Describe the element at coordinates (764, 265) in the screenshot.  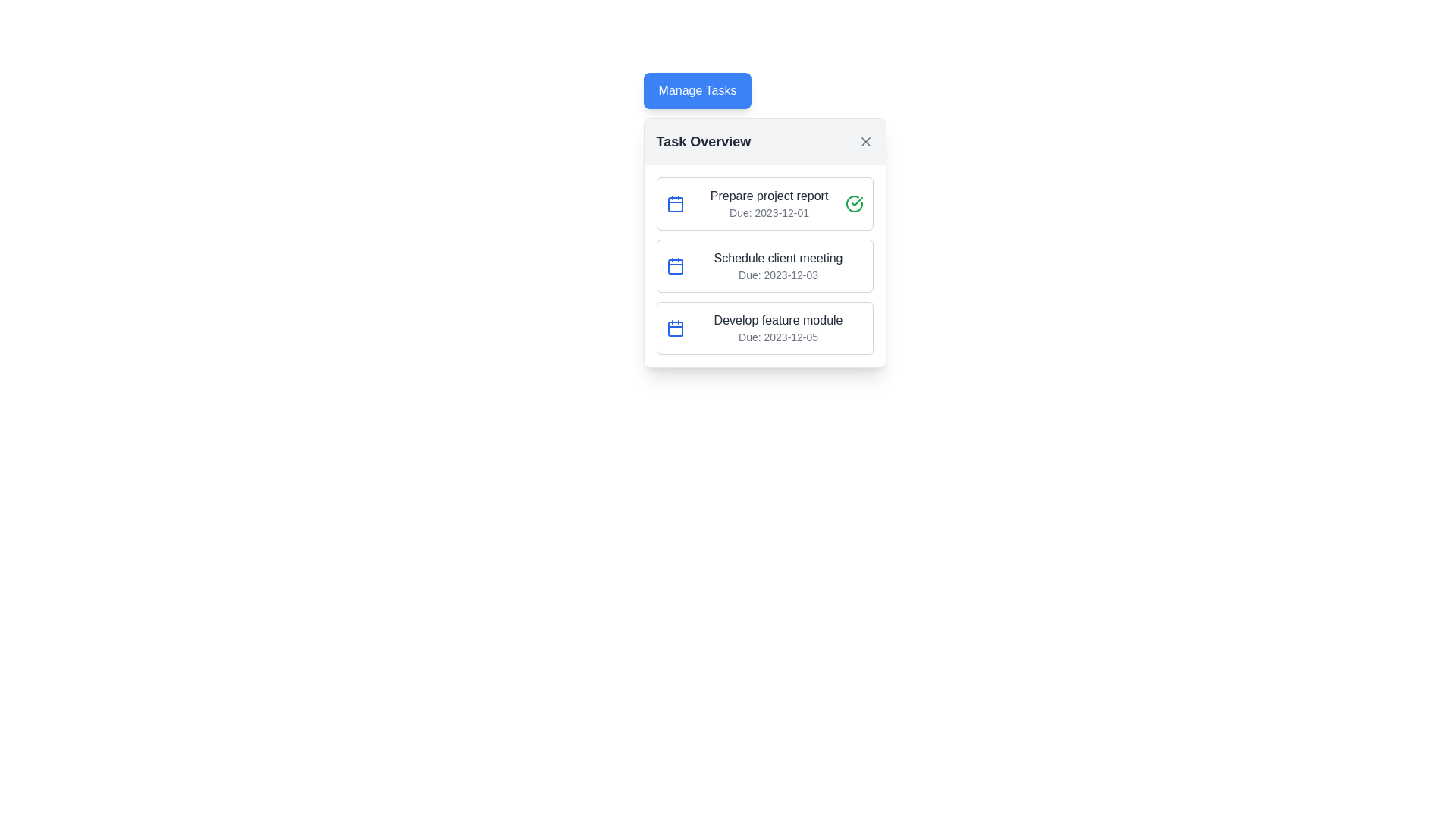
I see `the second task item` at that location.